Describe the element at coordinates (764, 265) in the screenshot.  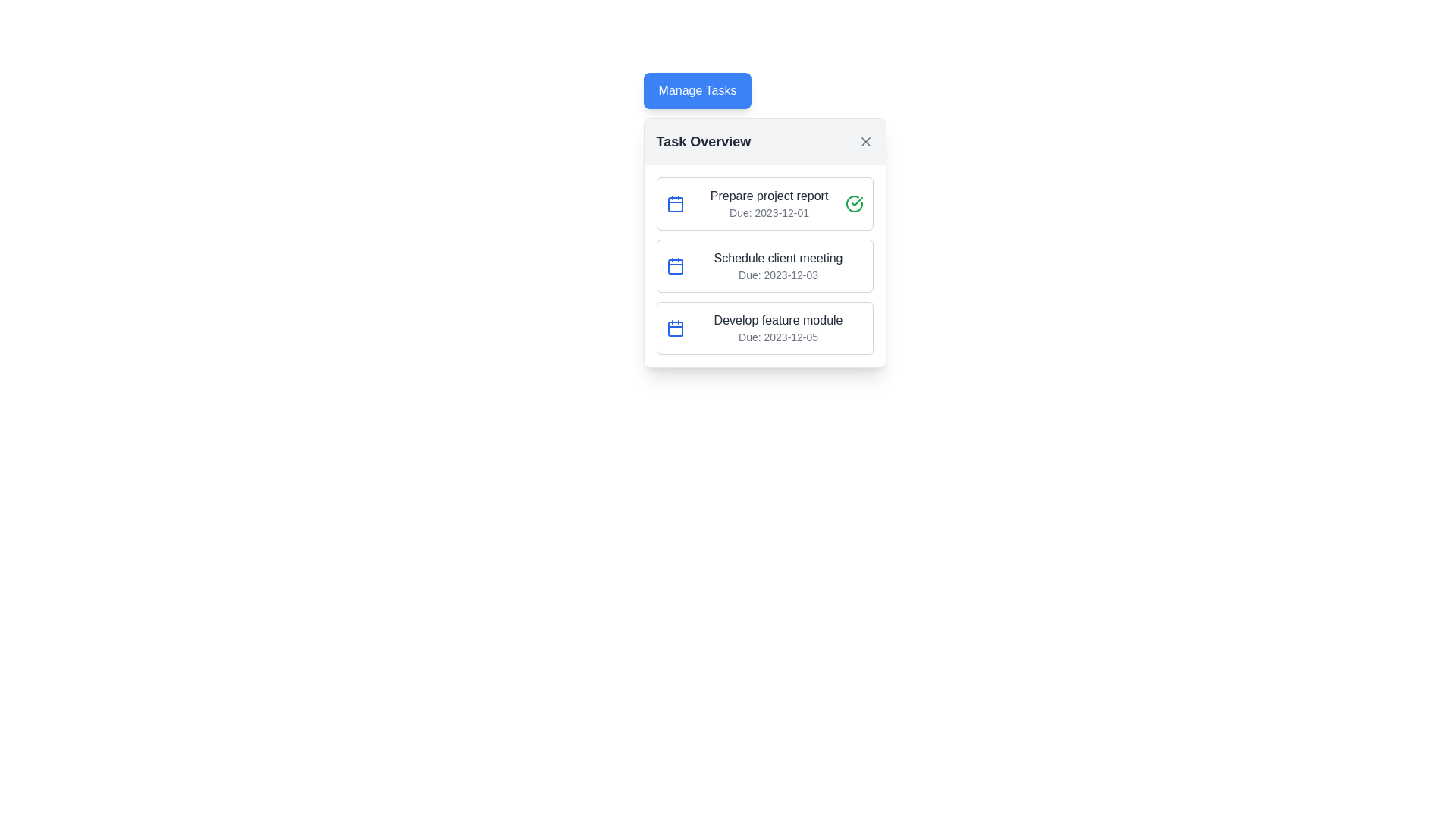
I see `the second task item` at that location.